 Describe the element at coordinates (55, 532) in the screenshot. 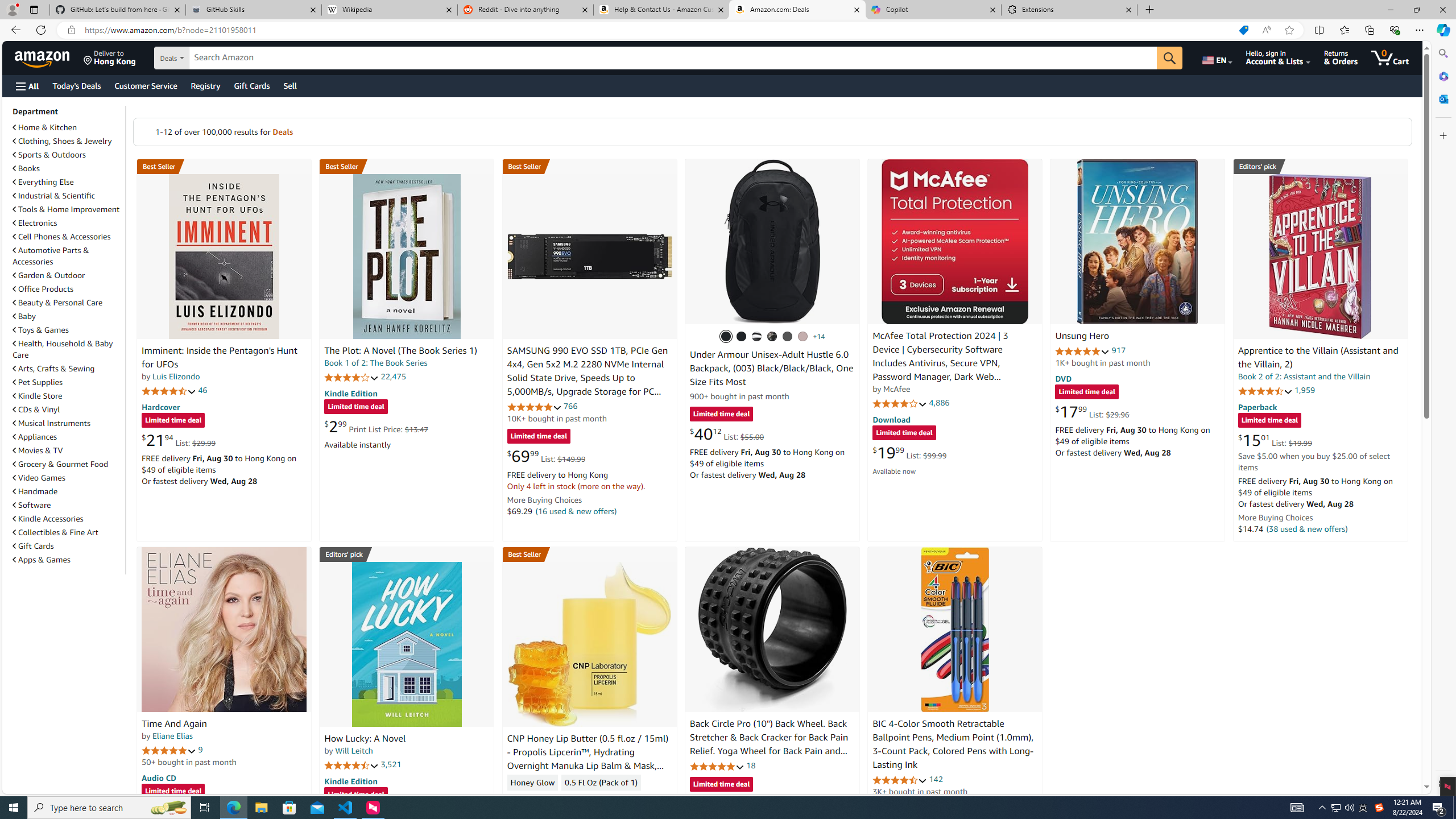

I see `'Collectibles & Fine Art'` at that location.